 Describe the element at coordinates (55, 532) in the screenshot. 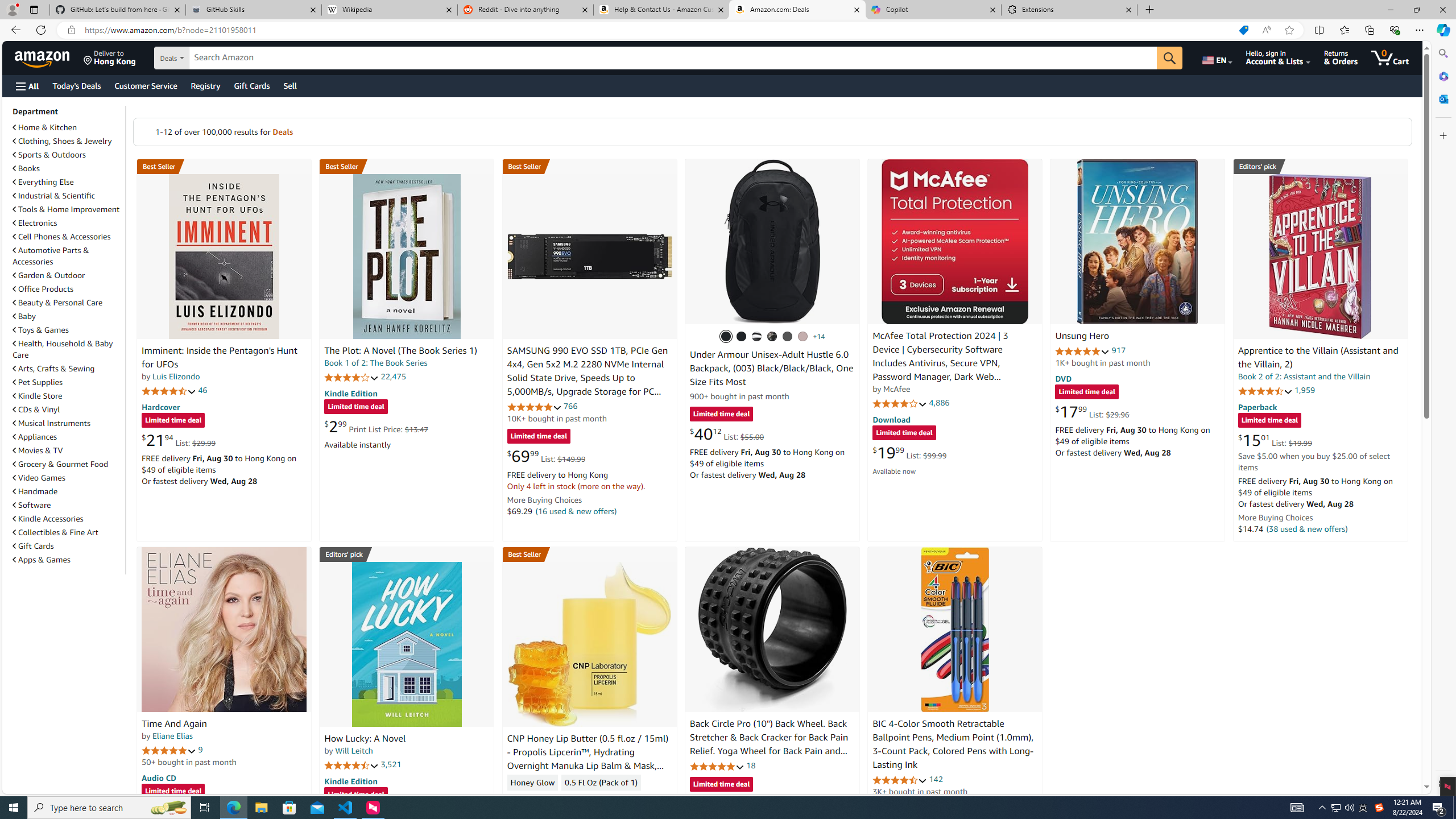

I see `'Collectibles & Fine Art'` at that location.